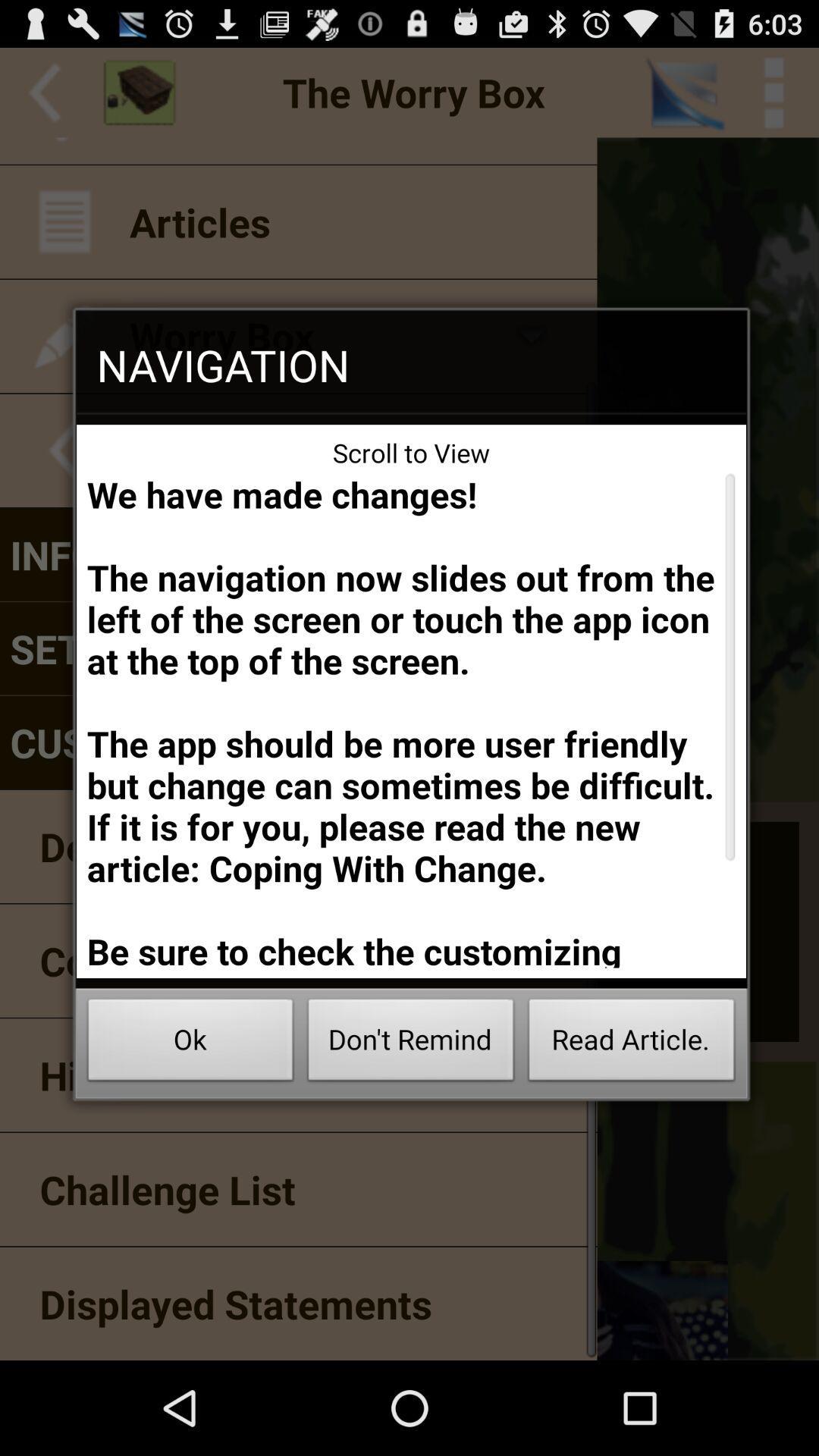 This screenshot has width=819, height=1456. What do you see at coordinates (632, 1043) in the screenshot?
I see `the read article. icon` at bounding box center [632, 1043].